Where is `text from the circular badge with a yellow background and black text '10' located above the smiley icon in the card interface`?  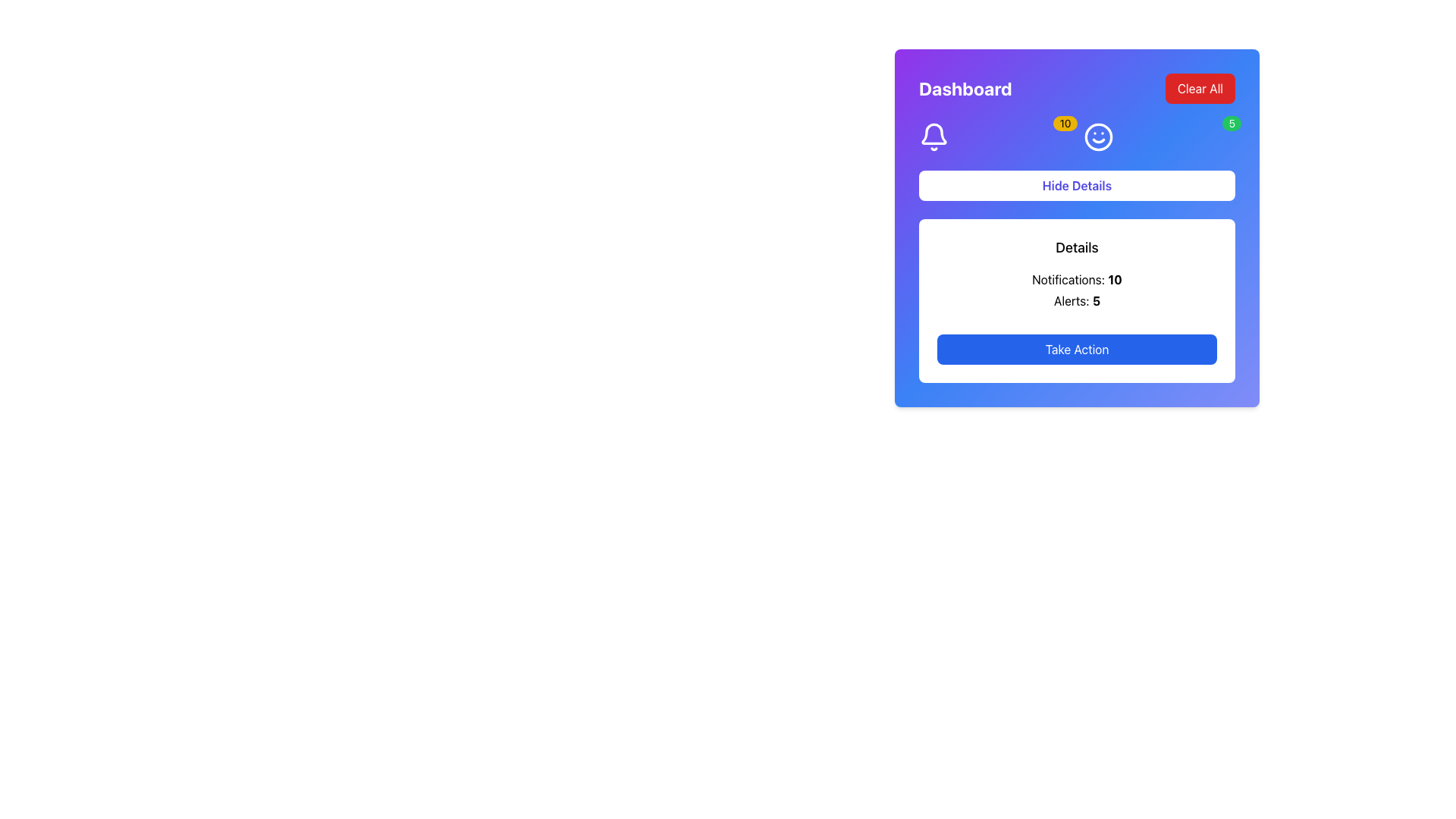 text from the circular badge with a yellow background and black text '10' located above the smiley icon in the card interface is located at coordinates (1076, 137).